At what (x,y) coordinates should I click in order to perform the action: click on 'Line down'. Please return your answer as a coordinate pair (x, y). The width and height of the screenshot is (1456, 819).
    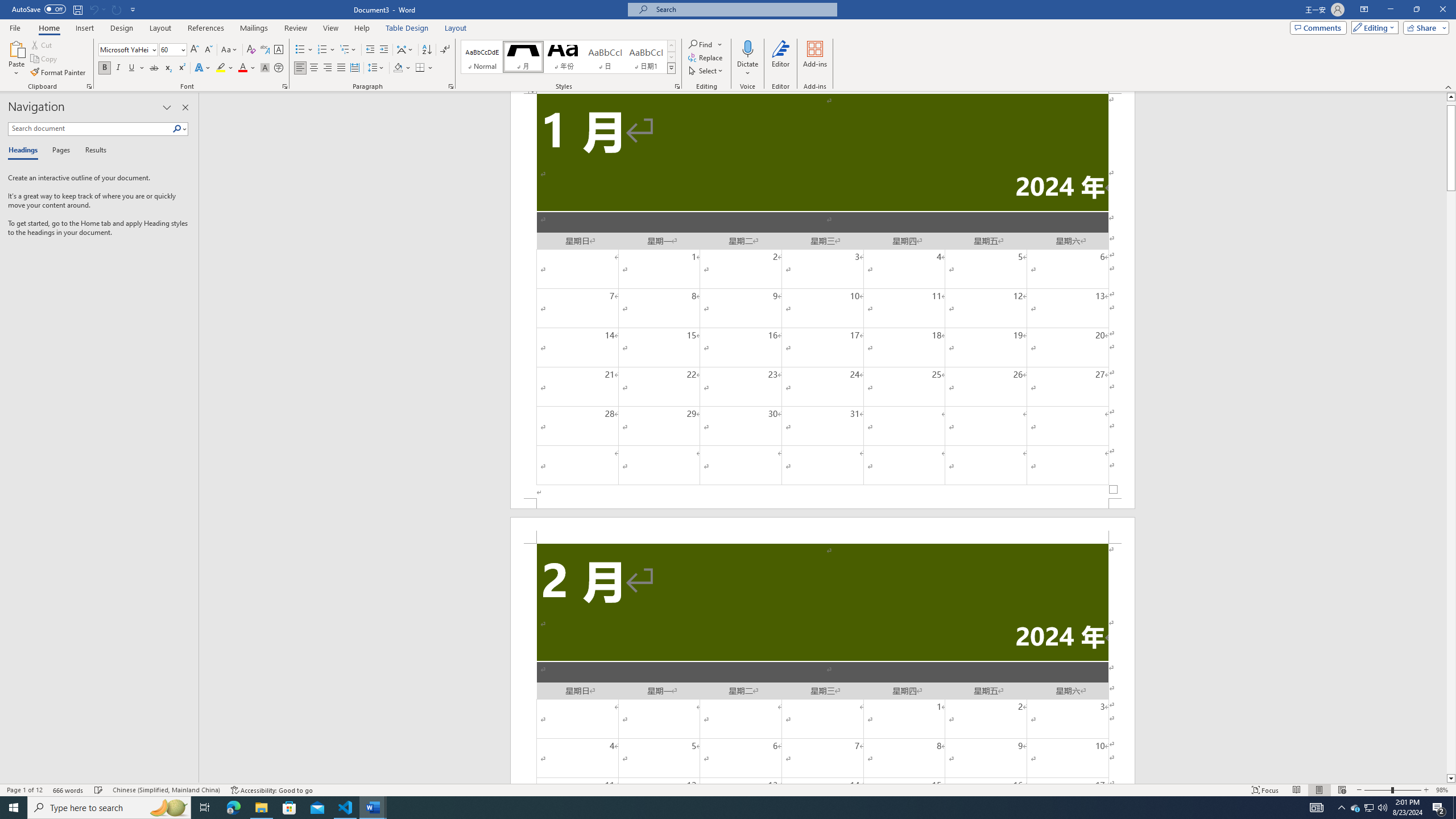
    Looking at the image, I should click on (1451, 778).